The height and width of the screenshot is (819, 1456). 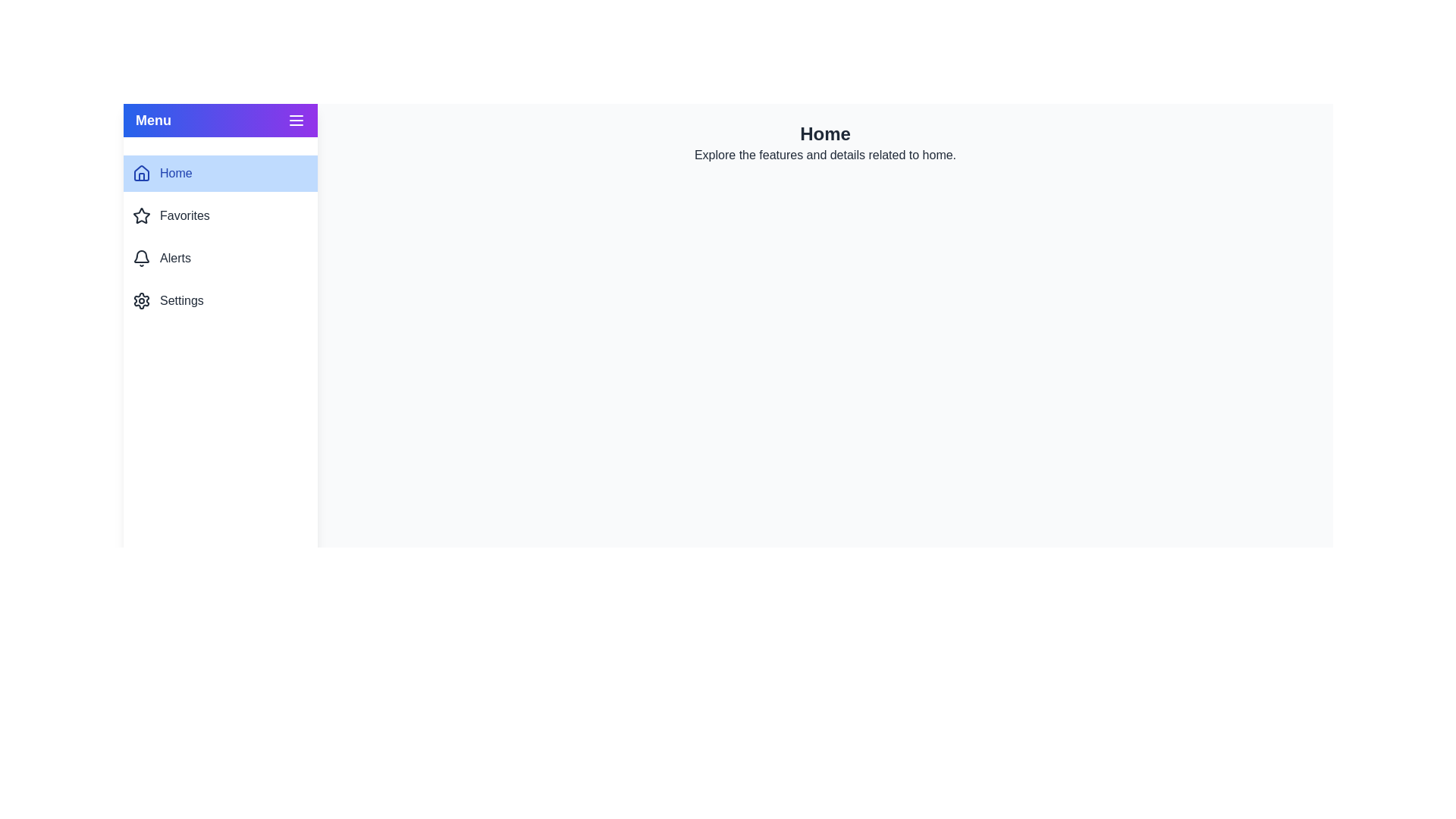 What do you see at coordinates (142, 301) in the screenshot?
I see `the outer gear component of the 'Settings' icon in the left-hand navigation menu, which is the fourth item in the menu and visually distinct with red color and black outlines` at bounding box center [142, 301].